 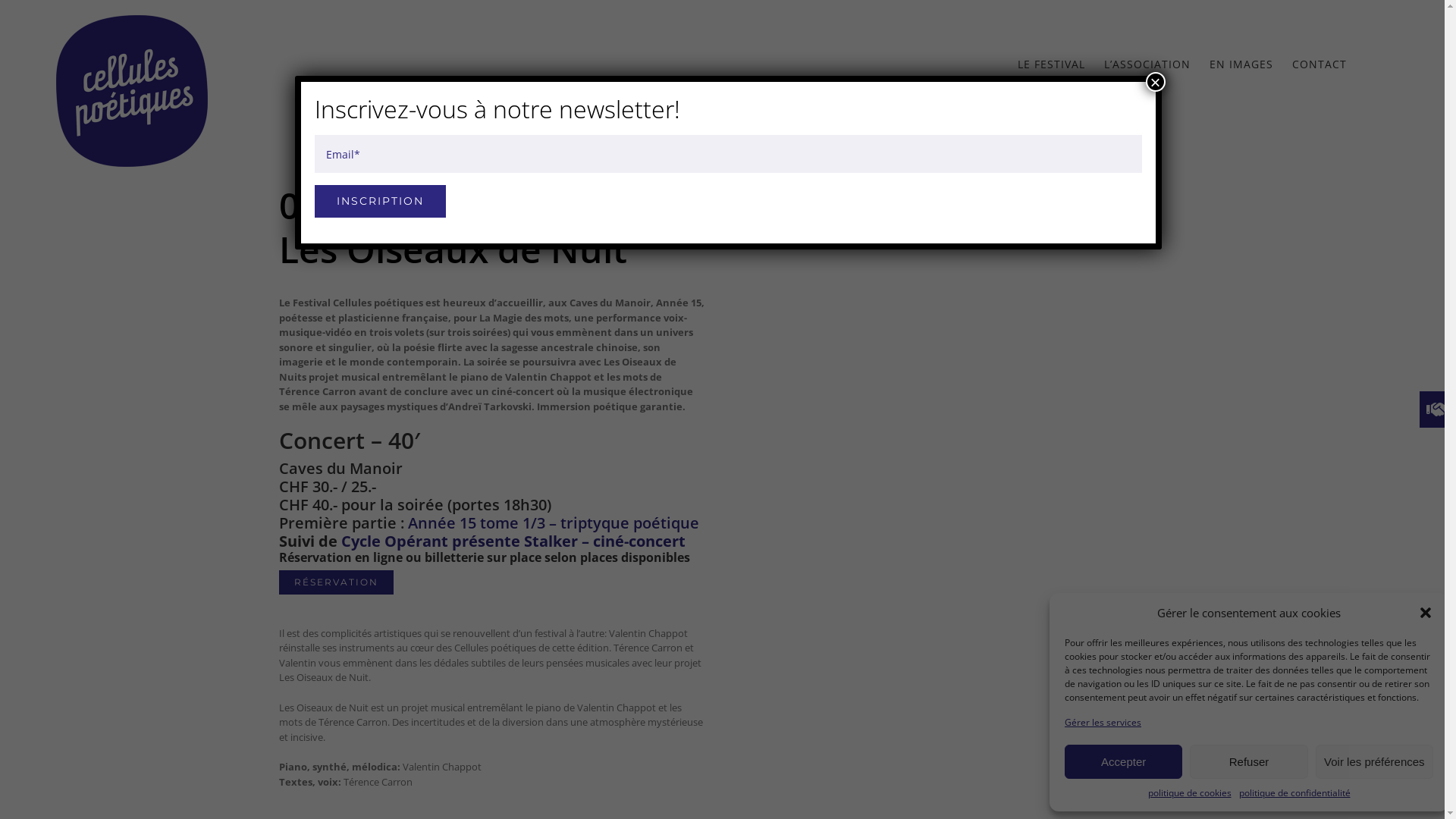 What do you see at coordinates (1241, 63) in the screenshot?
I see `'EN IMAGES'` at bounding box center [1241, 63].